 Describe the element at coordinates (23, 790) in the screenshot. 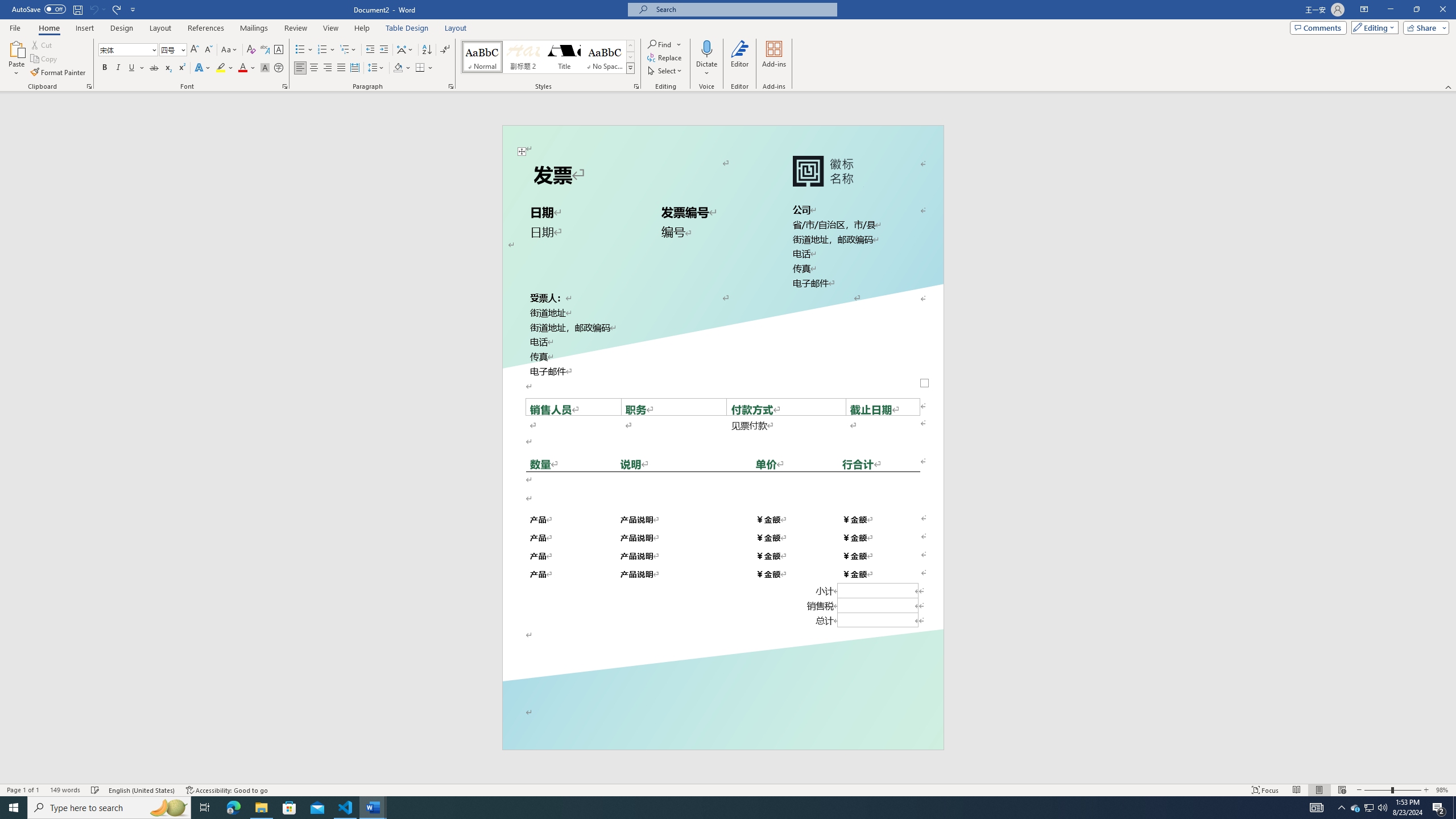

I see `'Page Number Page 1 of 1'` at that location.